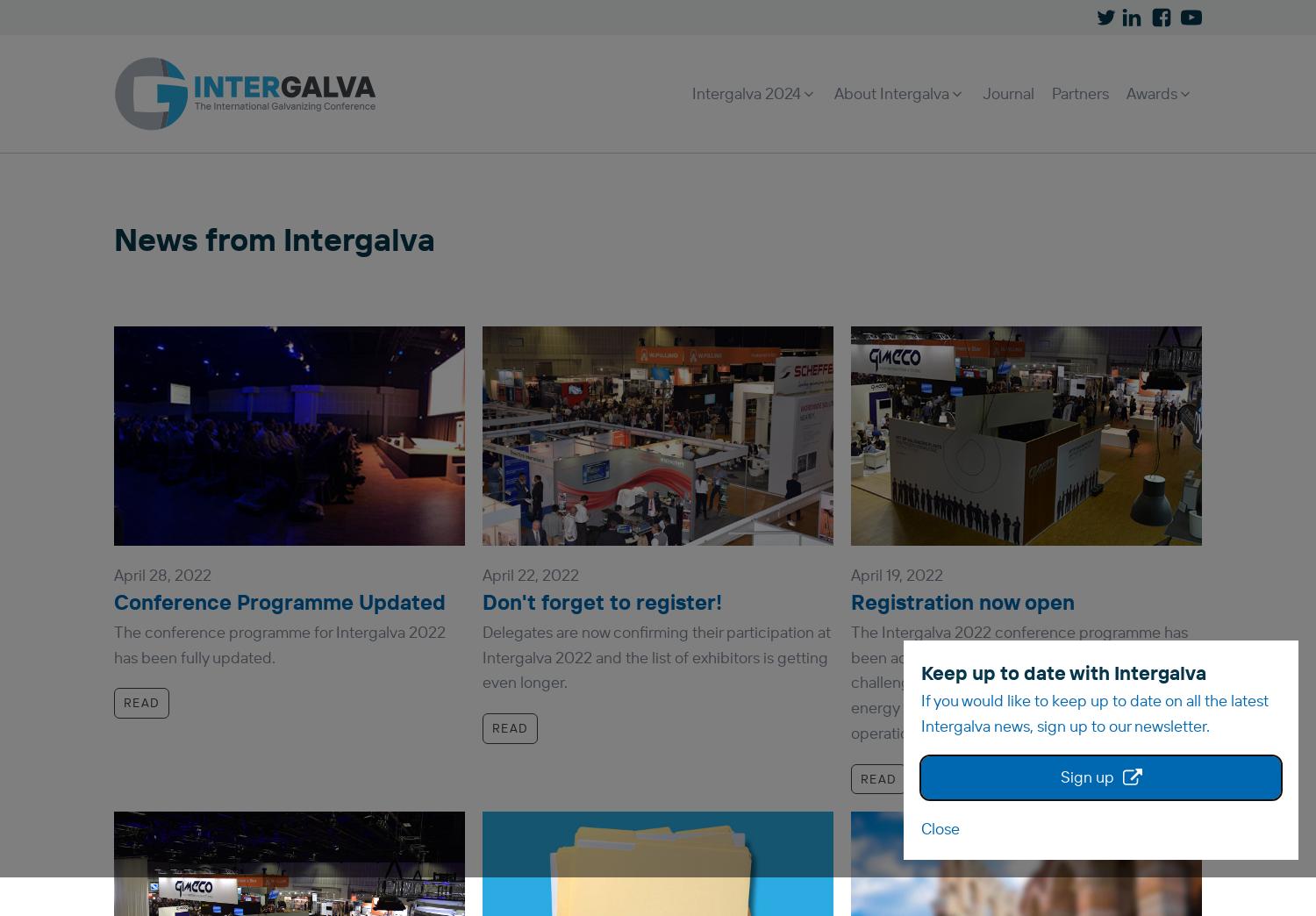 The image size is (1316, 916). Describe the element at coordinates (655, 656) in the screenshot. I see `'Delegates are now confirming their participation at Intergalva 2022 and the list of exhibitors is getting even longer.'` at that location.